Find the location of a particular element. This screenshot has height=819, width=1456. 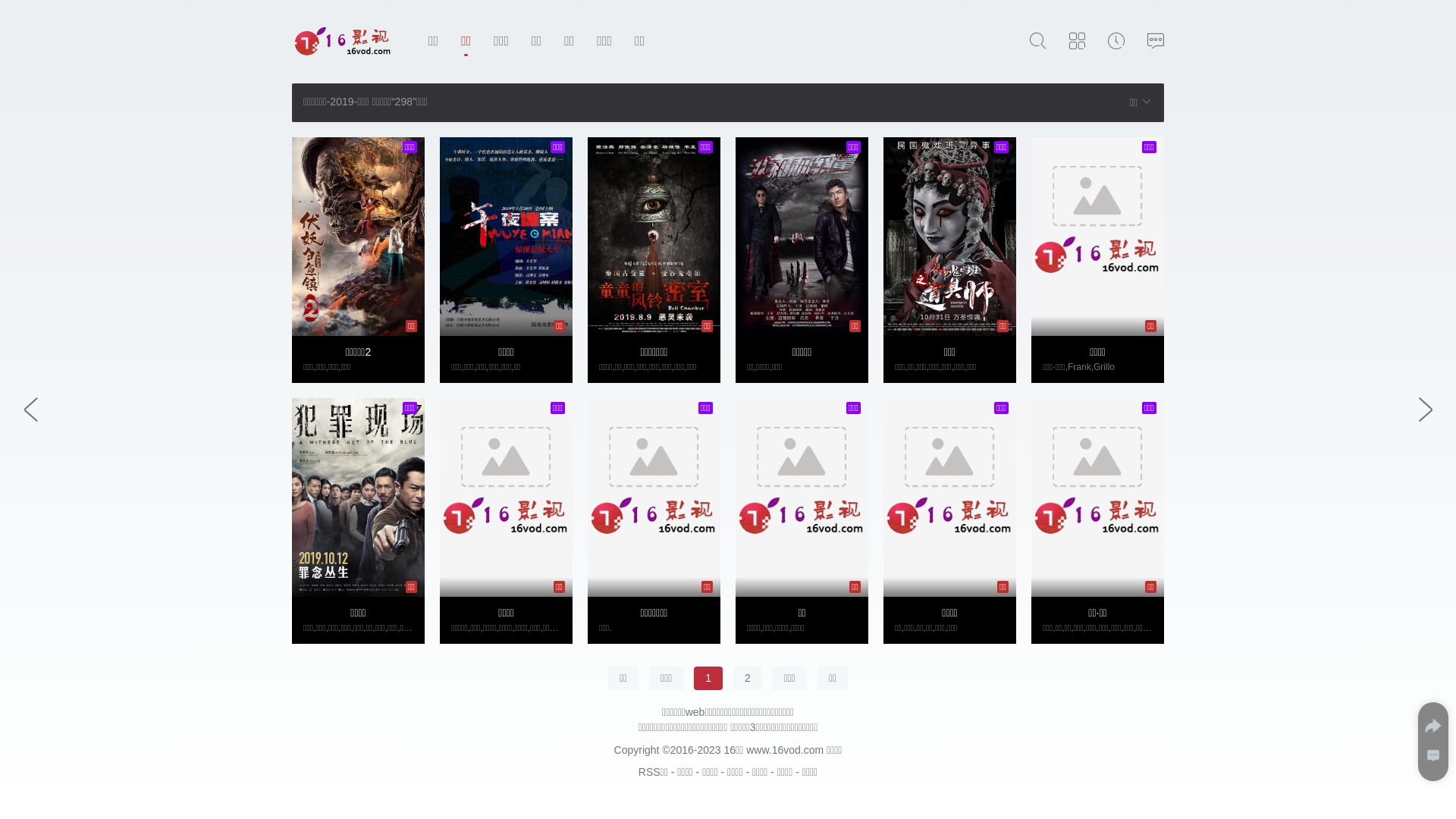

'1' is located at coordinates (708, 677).